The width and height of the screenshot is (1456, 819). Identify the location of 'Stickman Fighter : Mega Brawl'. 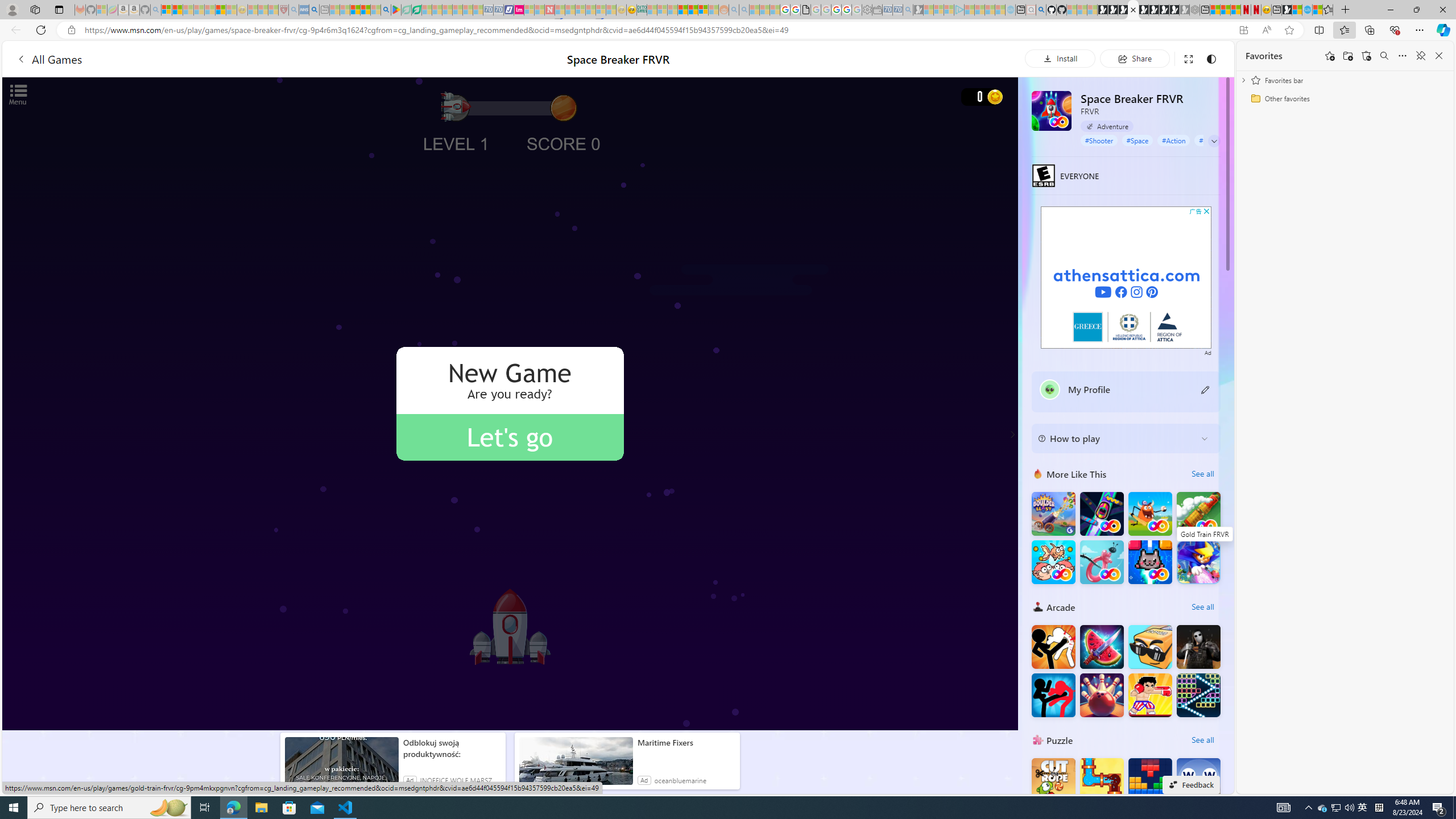
(1053, 646).